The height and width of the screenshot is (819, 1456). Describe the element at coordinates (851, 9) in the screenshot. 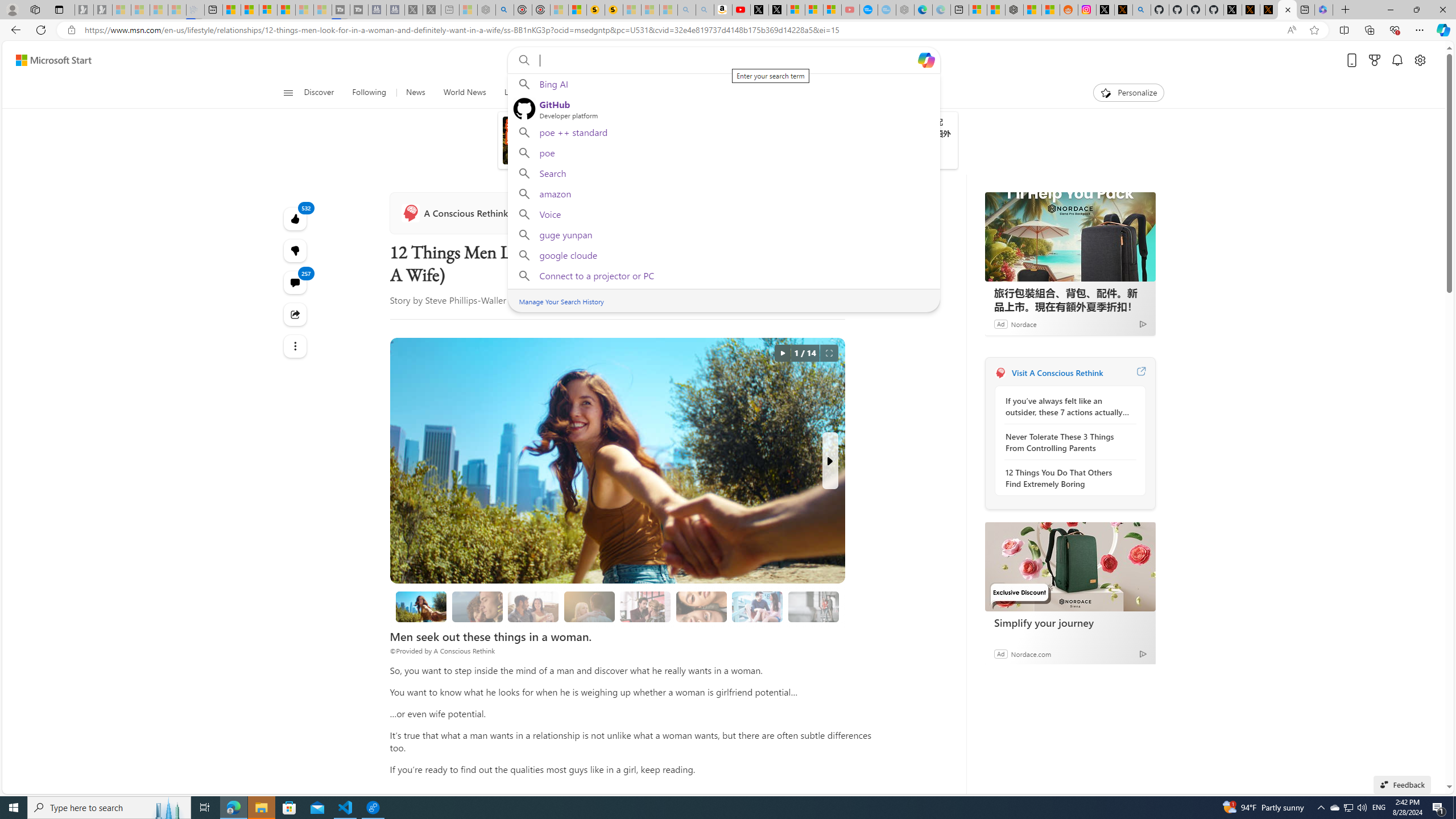

I see `'Gloom - YouTube - Sleeping'` at that location.